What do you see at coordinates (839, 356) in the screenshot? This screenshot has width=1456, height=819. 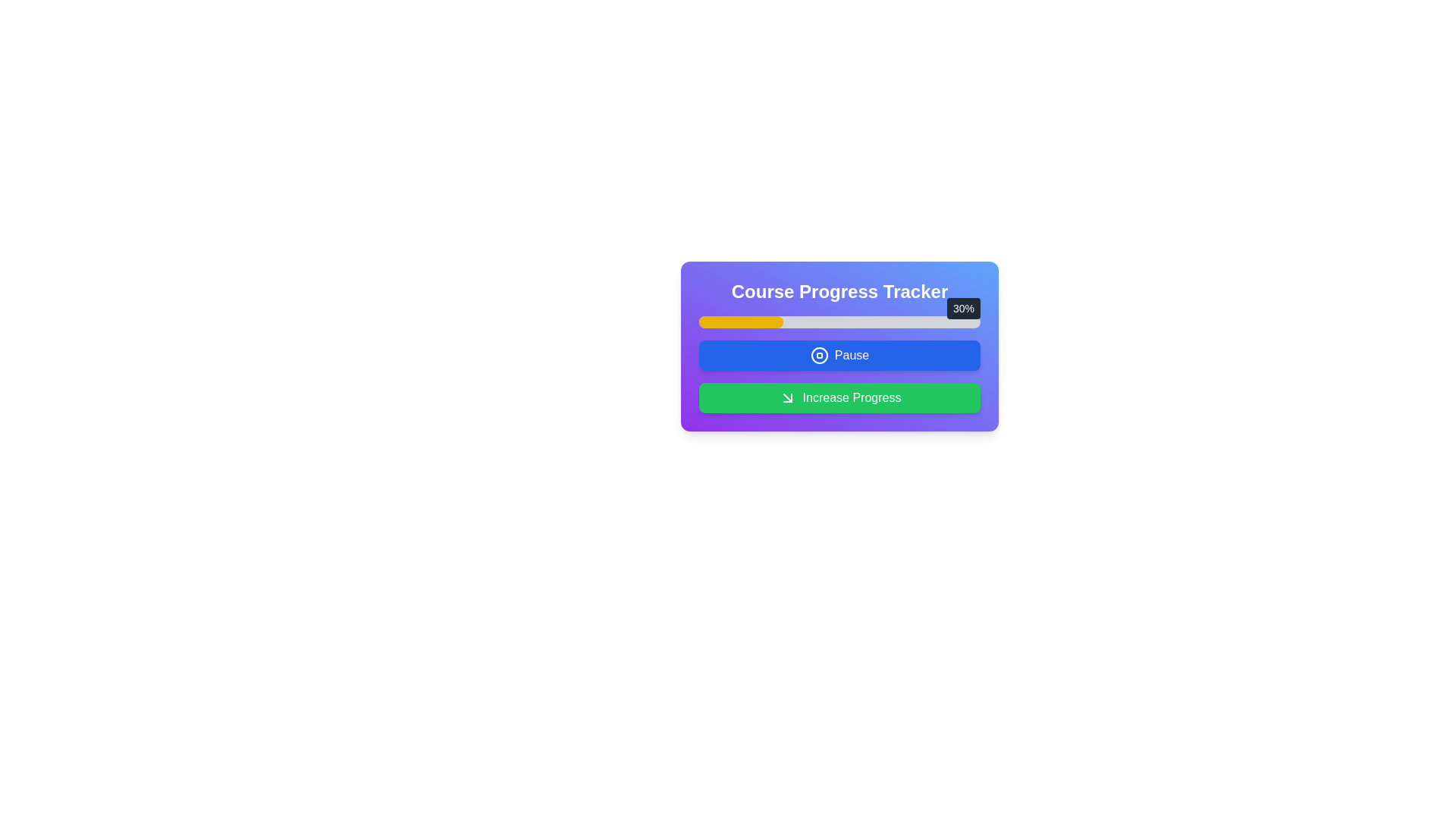 I see `the button with a blue background and white rounded corners labeled 'Pause'` at bounding box center [839, 356].